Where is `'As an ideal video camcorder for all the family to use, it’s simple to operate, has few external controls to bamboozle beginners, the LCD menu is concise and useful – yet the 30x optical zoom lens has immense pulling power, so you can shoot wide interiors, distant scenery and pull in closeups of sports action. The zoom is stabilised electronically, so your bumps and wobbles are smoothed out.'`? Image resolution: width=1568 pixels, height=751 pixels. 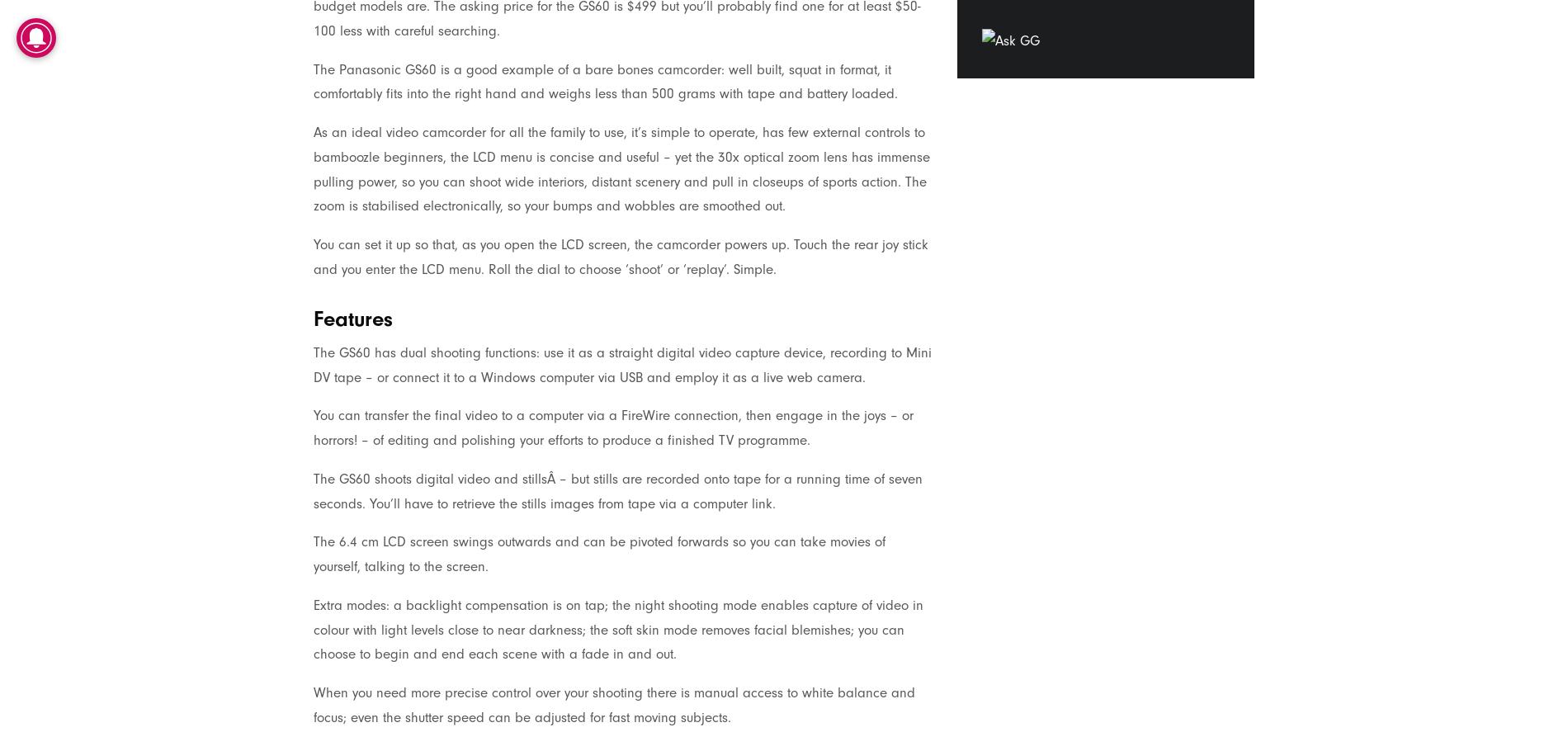
'As an ideal video camcorder for all the family to use, it’s simple to operate, has few external controls to bamboozle beginners, the LCD menu is concise and useful – yet the 30x optical zoom lens has immense pulling power, so you can shoot wide interiors, distant scenery and pull in closeups of sports action. The zoom is stabilised electronically, so your bumps and wobbles are smoothed out.' is located at coordinates (621, 168).